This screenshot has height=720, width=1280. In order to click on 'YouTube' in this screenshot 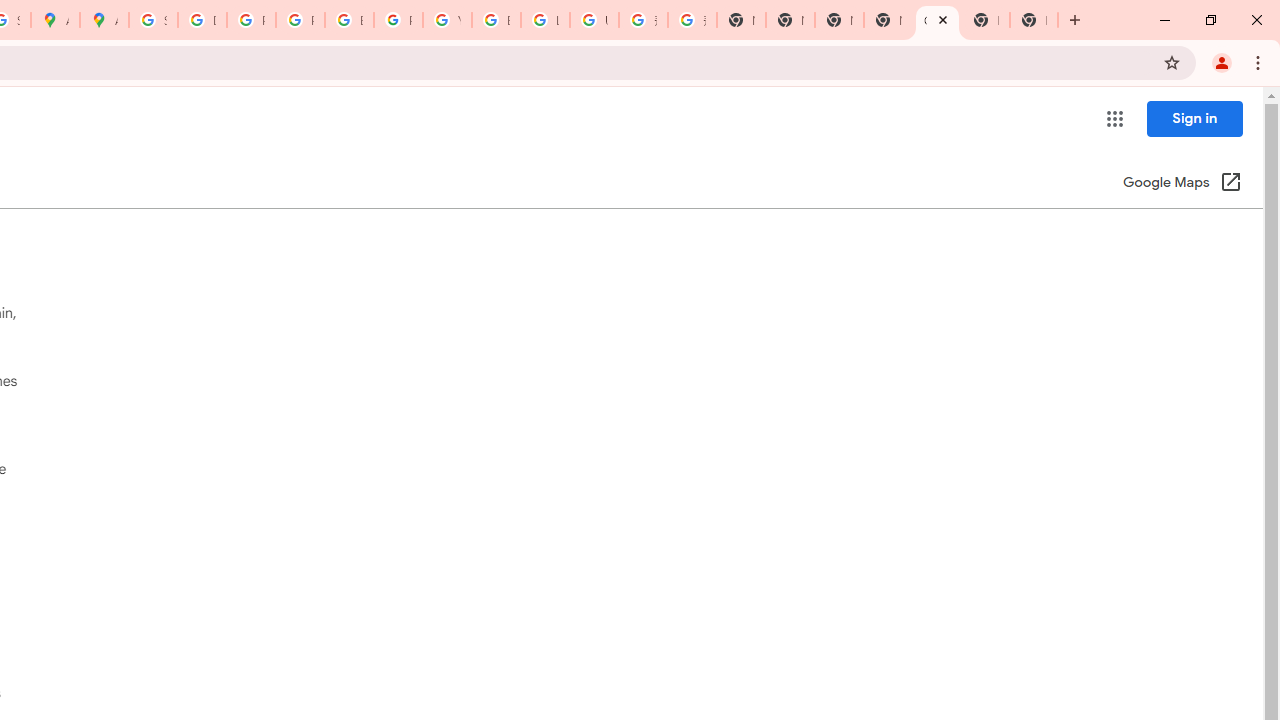, I will do `click(446, 20)`.